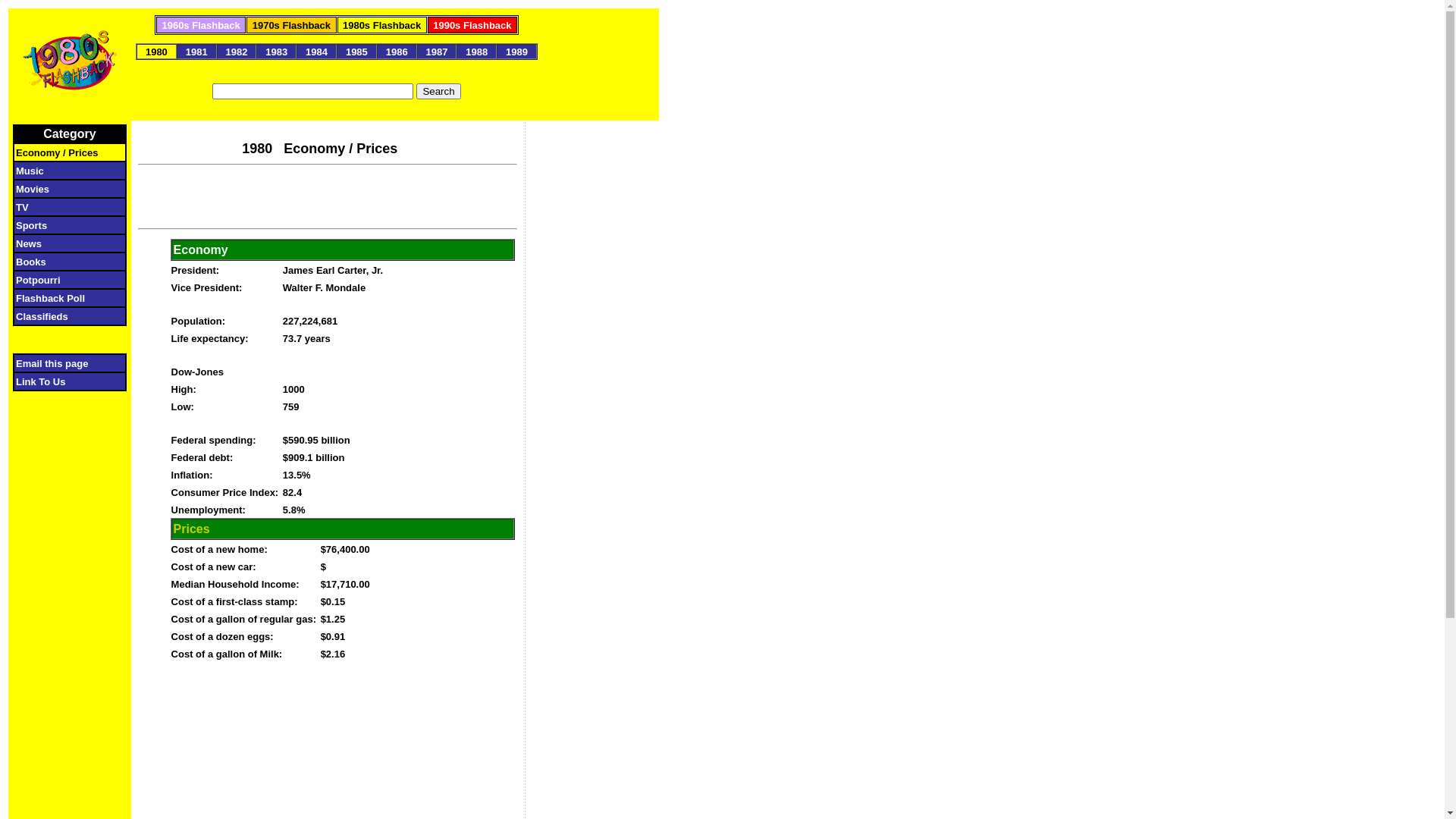  What do you see at coordinates (276, 50) in the screenshot?
I see `' 1983 '` at bounding box center [276, 50].